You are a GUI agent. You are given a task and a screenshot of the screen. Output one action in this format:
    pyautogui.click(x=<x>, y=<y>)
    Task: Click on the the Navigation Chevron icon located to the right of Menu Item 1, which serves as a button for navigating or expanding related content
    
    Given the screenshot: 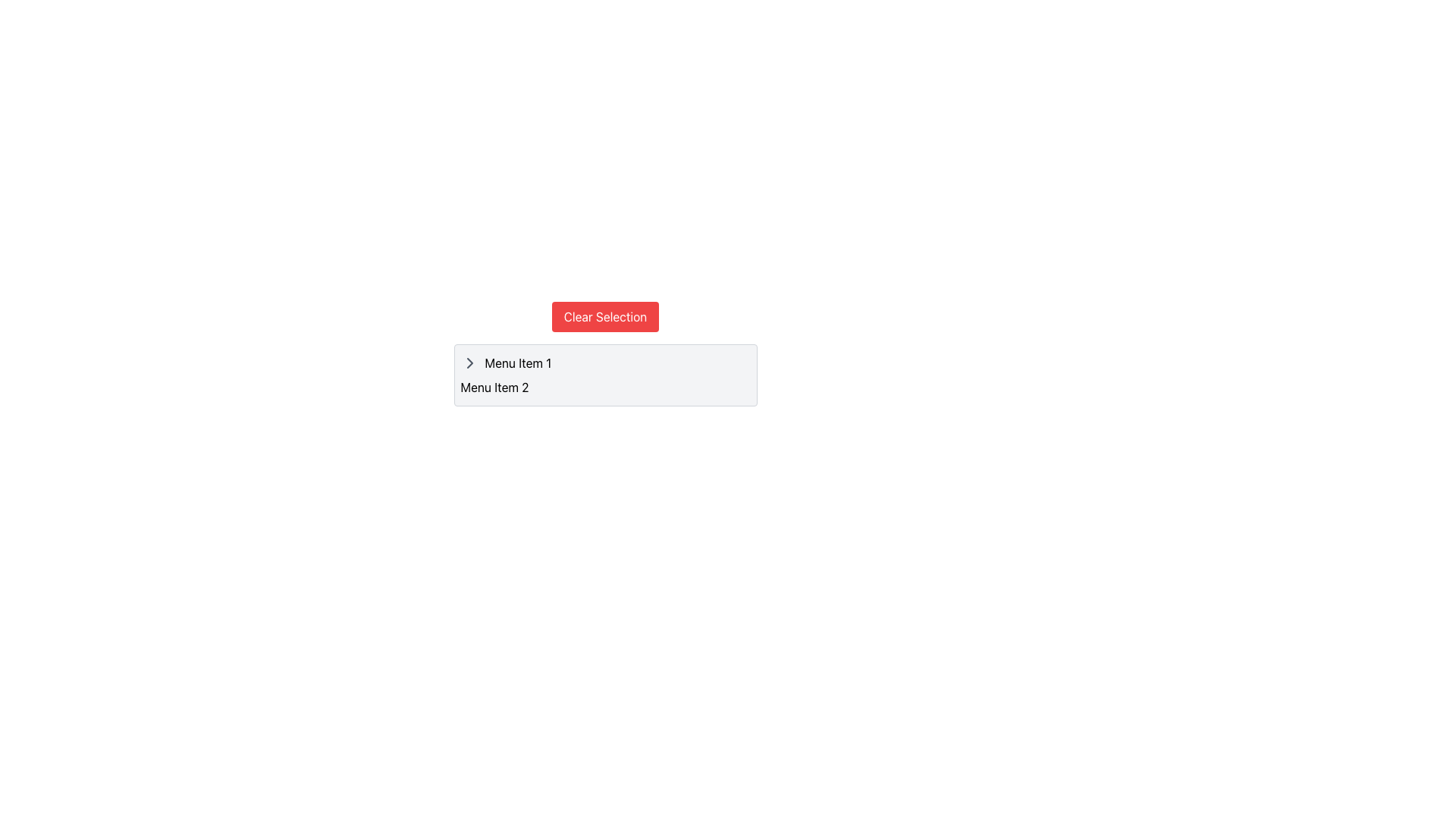 What is the action you would take?
    pyautogui.click(x=469, y=362)
    